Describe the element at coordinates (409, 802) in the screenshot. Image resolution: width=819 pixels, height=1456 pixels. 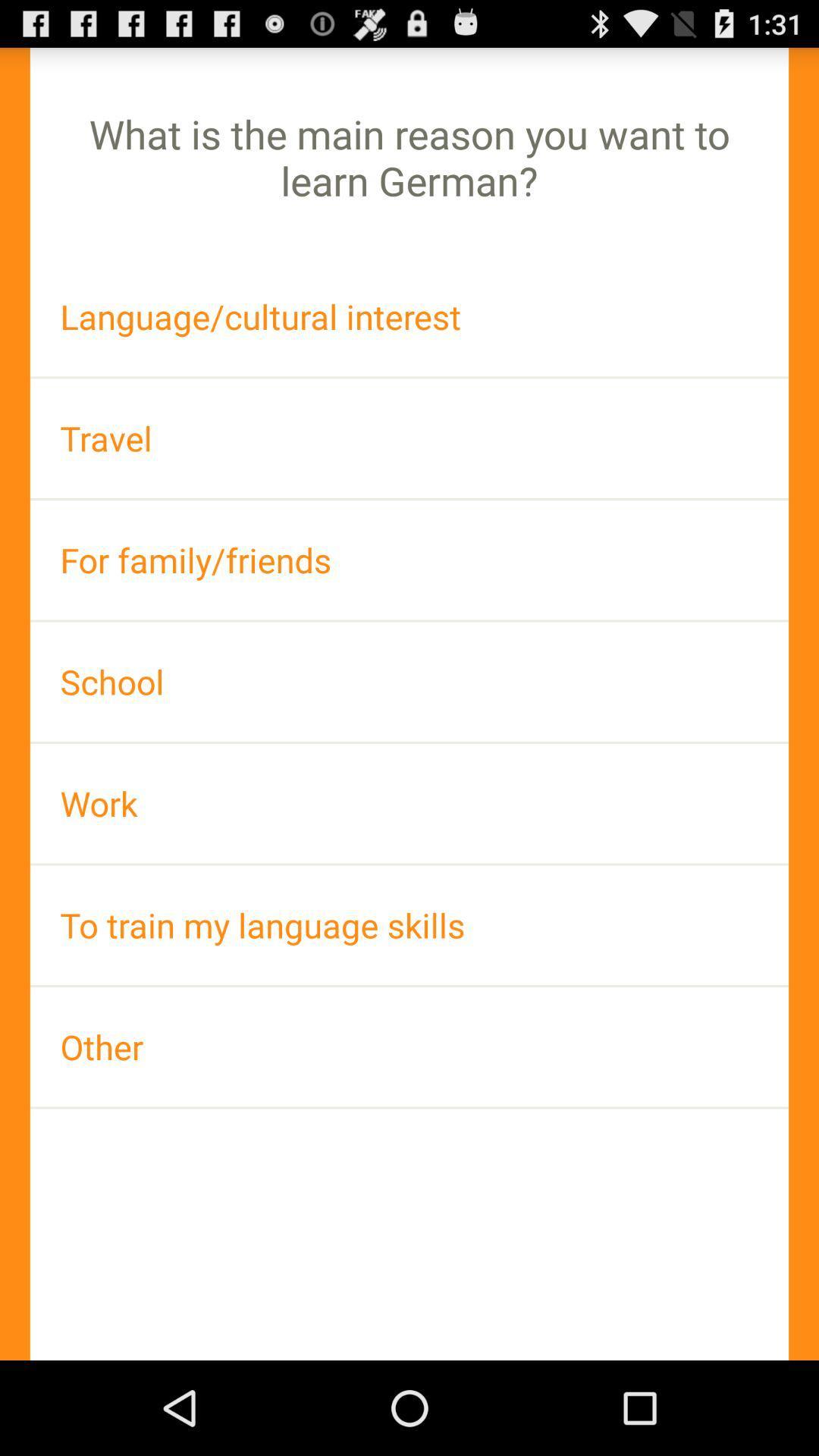
I see `the work icon` at that location.